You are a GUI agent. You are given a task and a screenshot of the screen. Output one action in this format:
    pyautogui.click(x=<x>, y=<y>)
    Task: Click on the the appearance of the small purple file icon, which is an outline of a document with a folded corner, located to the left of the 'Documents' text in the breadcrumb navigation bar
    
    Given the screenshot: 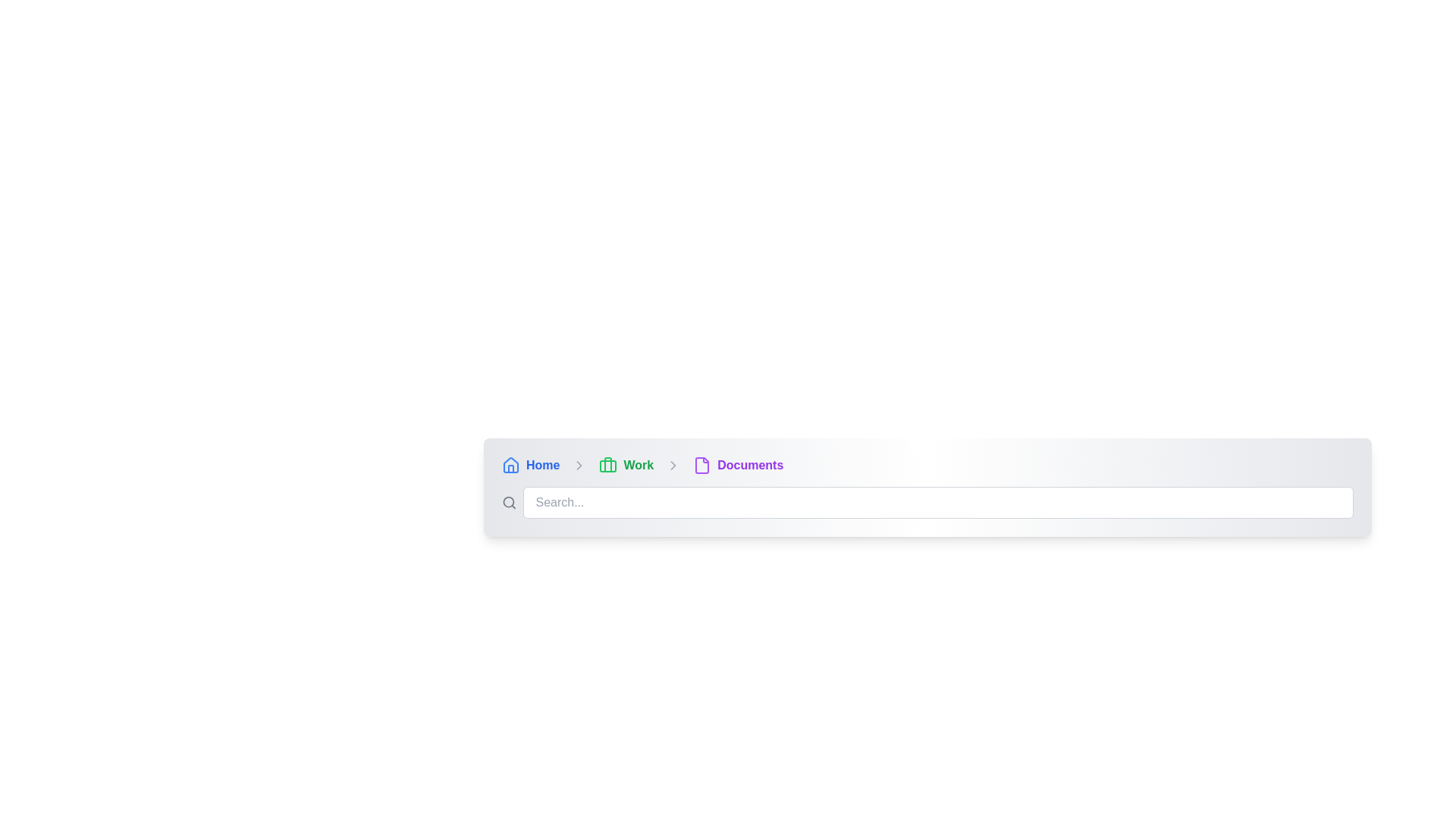 What is the action you would take?
    pyautogui.click(x=701, y=464)
    